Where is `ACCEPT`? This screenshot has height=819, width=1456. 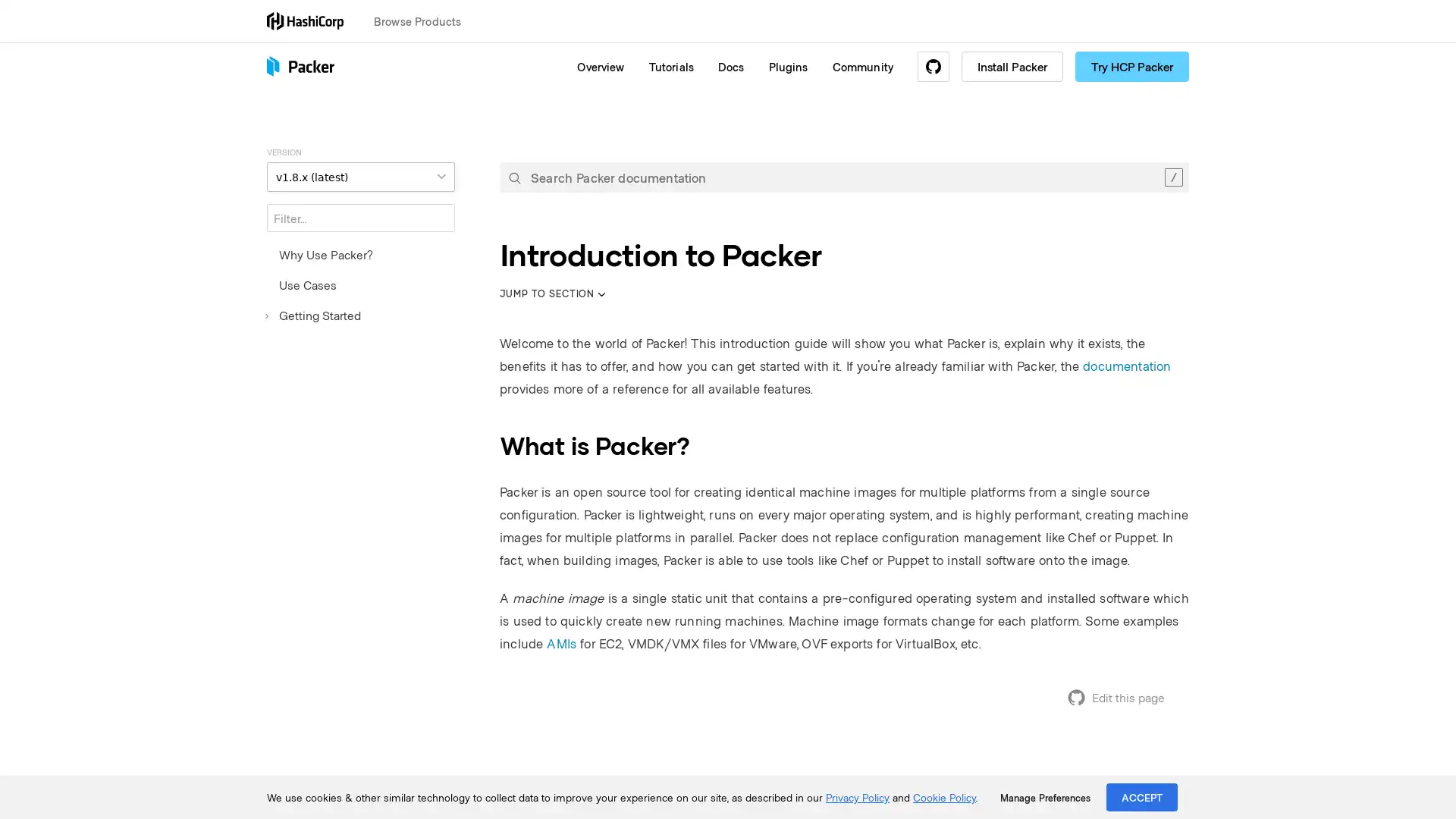 ACCEPT is located at coordinates (1142, 796).